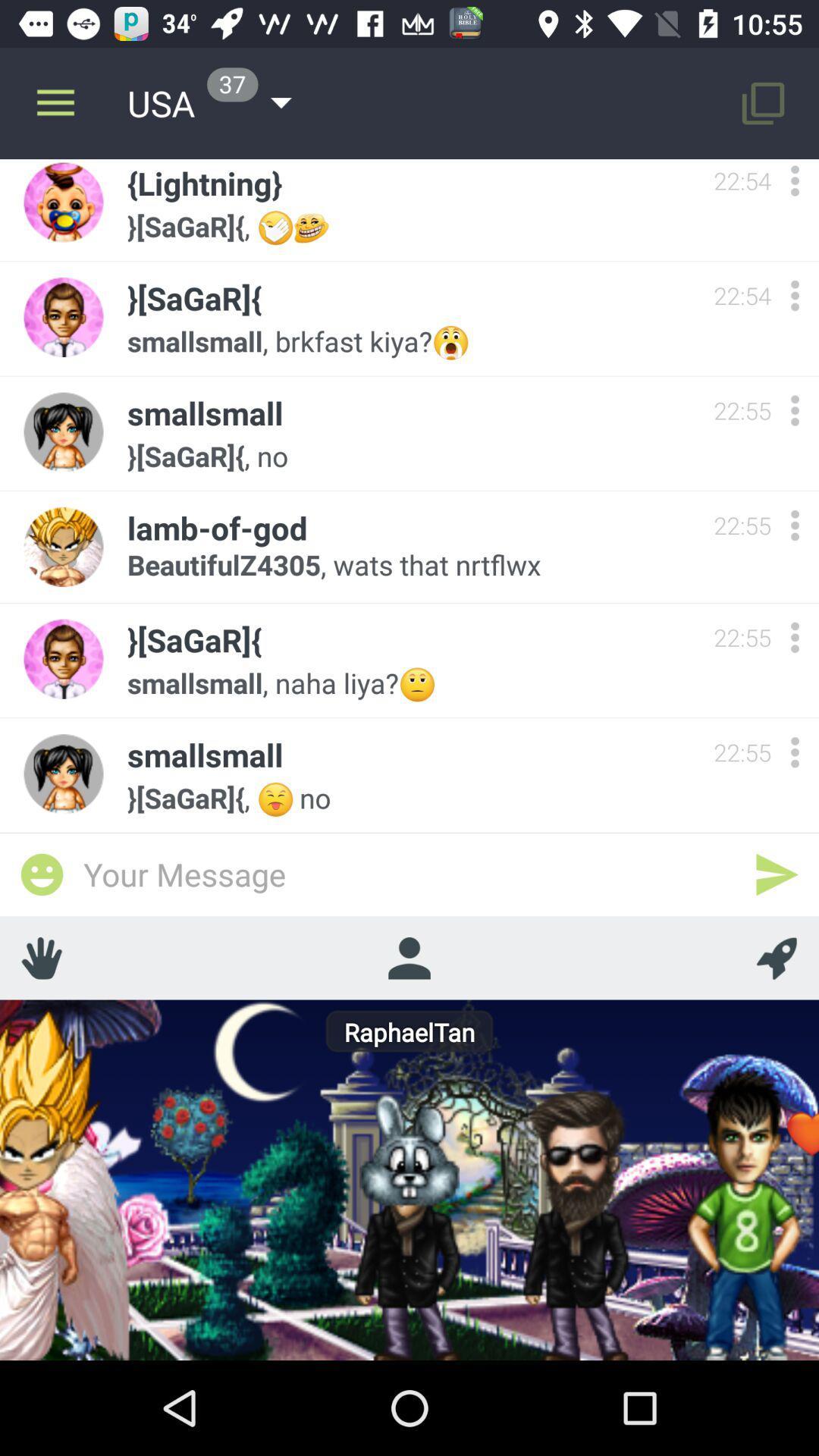 This screenshot has height=1456, width=819. Describe the element at coordinates (794, 182) in the screenshot. I see `the more icon` at that location.